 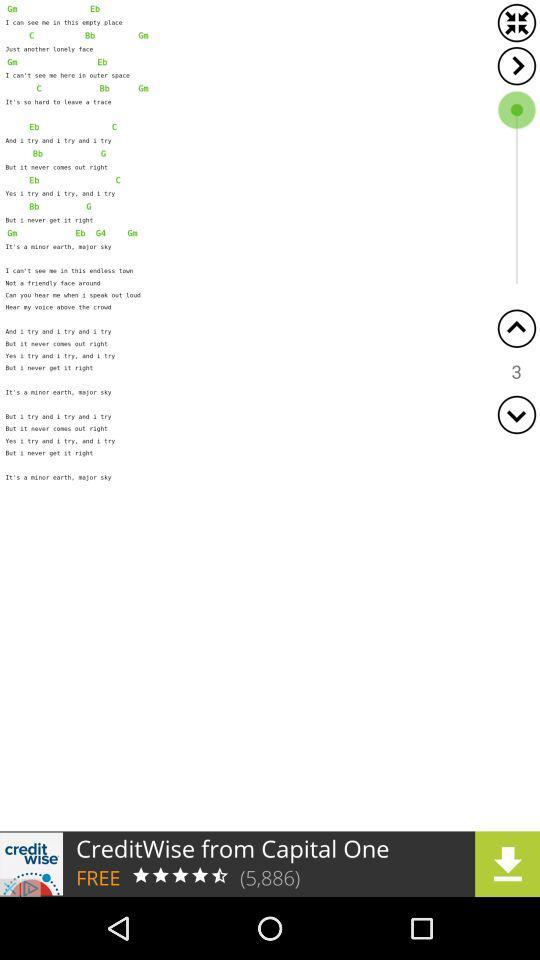 I want to click on scroll up, so click(x=516, y=328).